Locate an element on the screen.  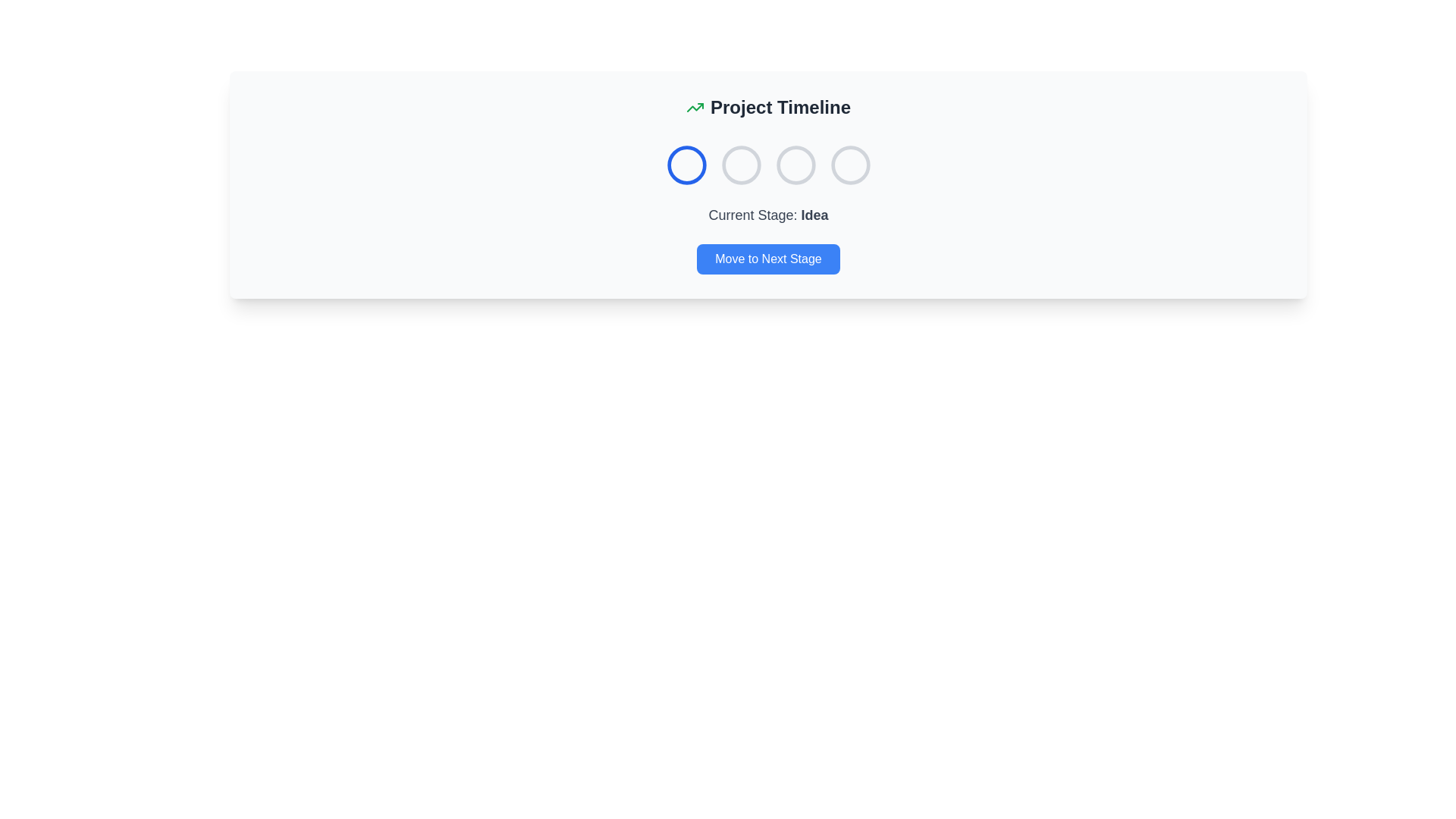
the 'Move to Next Stage' button, which is centrally aligned and located below the text 'Current Stage: Idea' is located at coordinates (768, 259).